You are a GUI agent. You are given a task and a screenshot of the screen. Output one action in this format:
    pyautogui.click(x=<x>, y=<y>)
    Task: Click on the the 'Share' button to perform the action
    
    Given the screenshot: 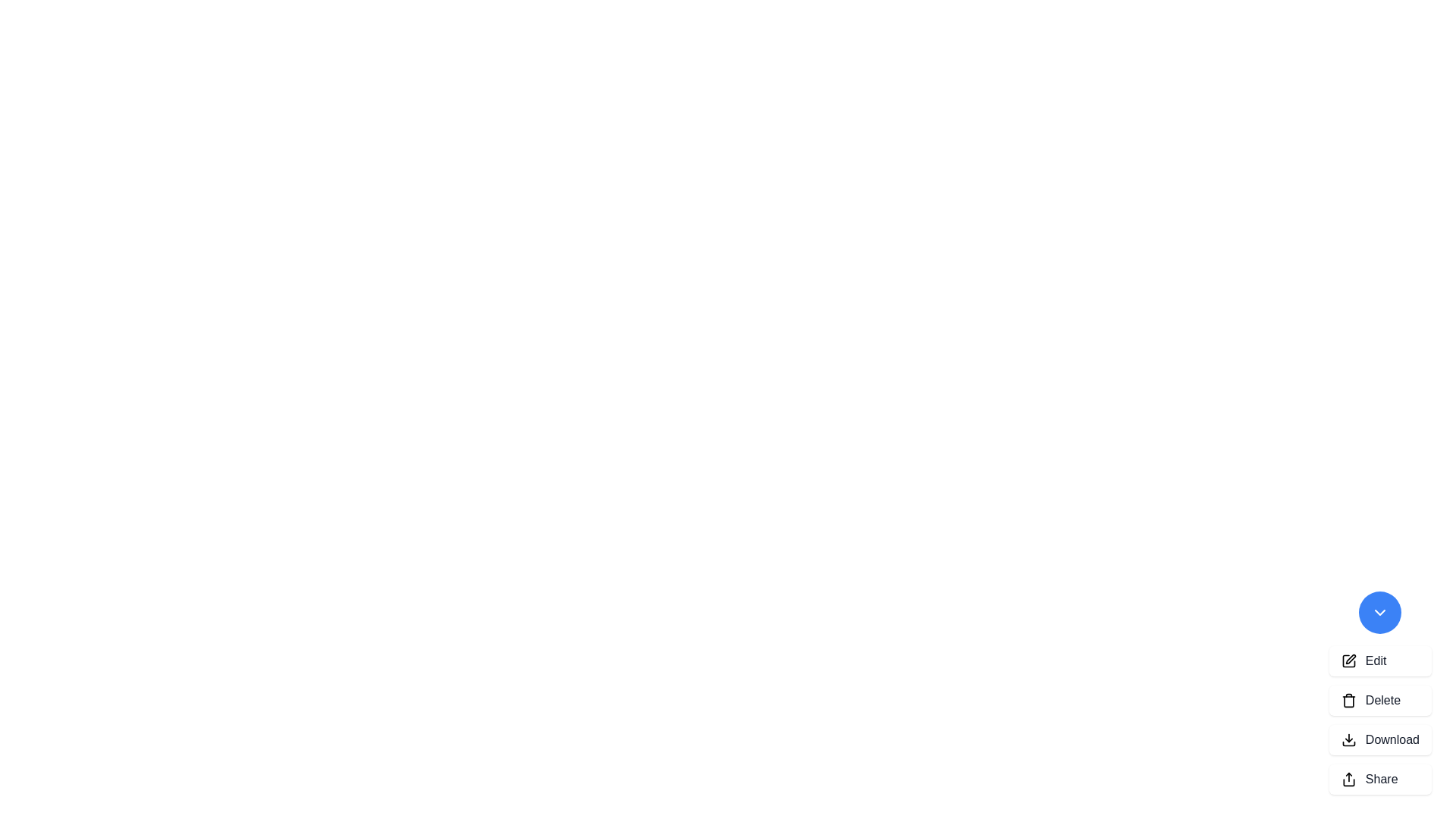 What is the action you would take?
    pyautogui.click(x=1379, y=780)
    